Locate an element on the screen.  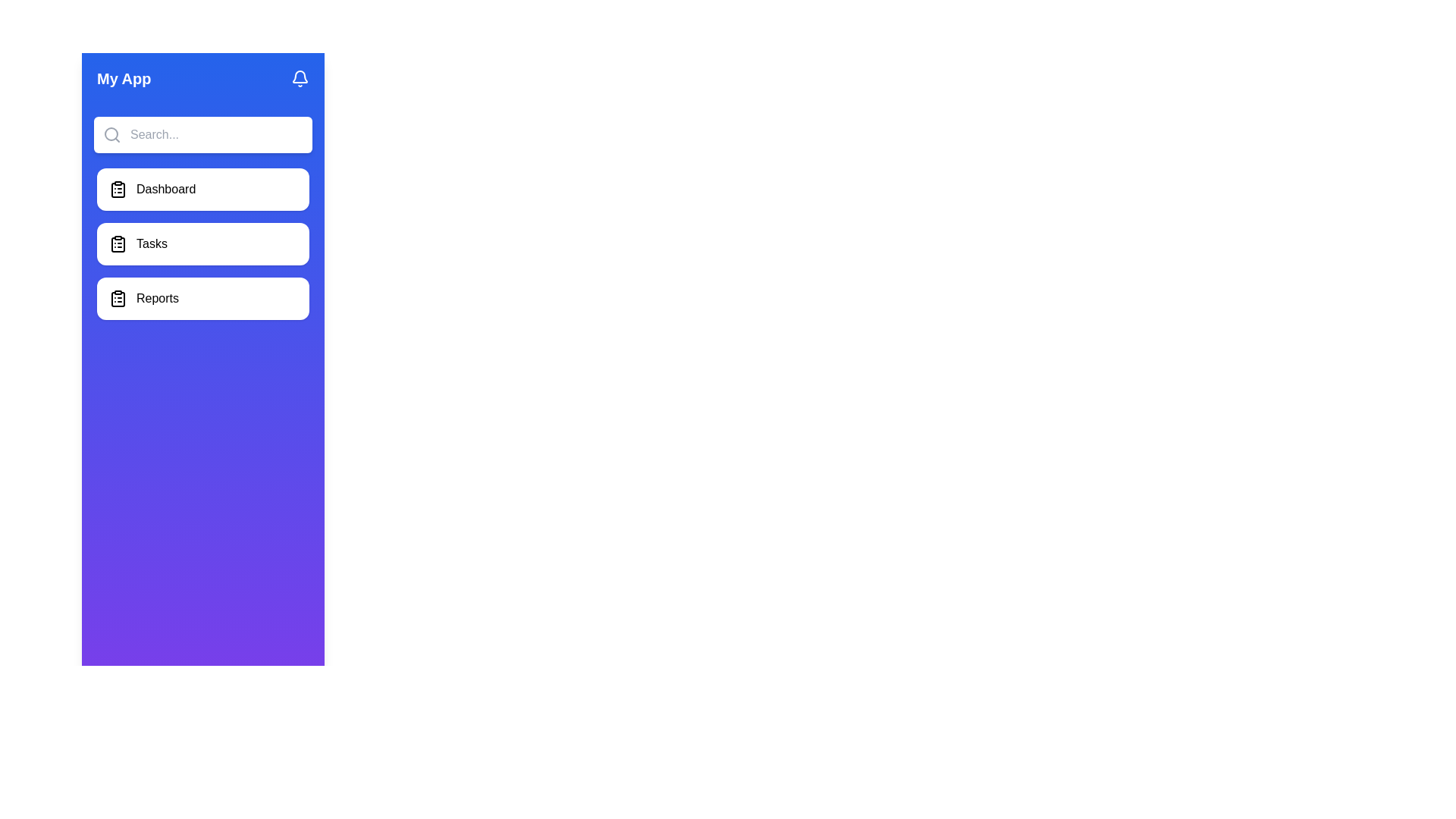
the Reports in the sidebar list is located at coordinates (202, 298).